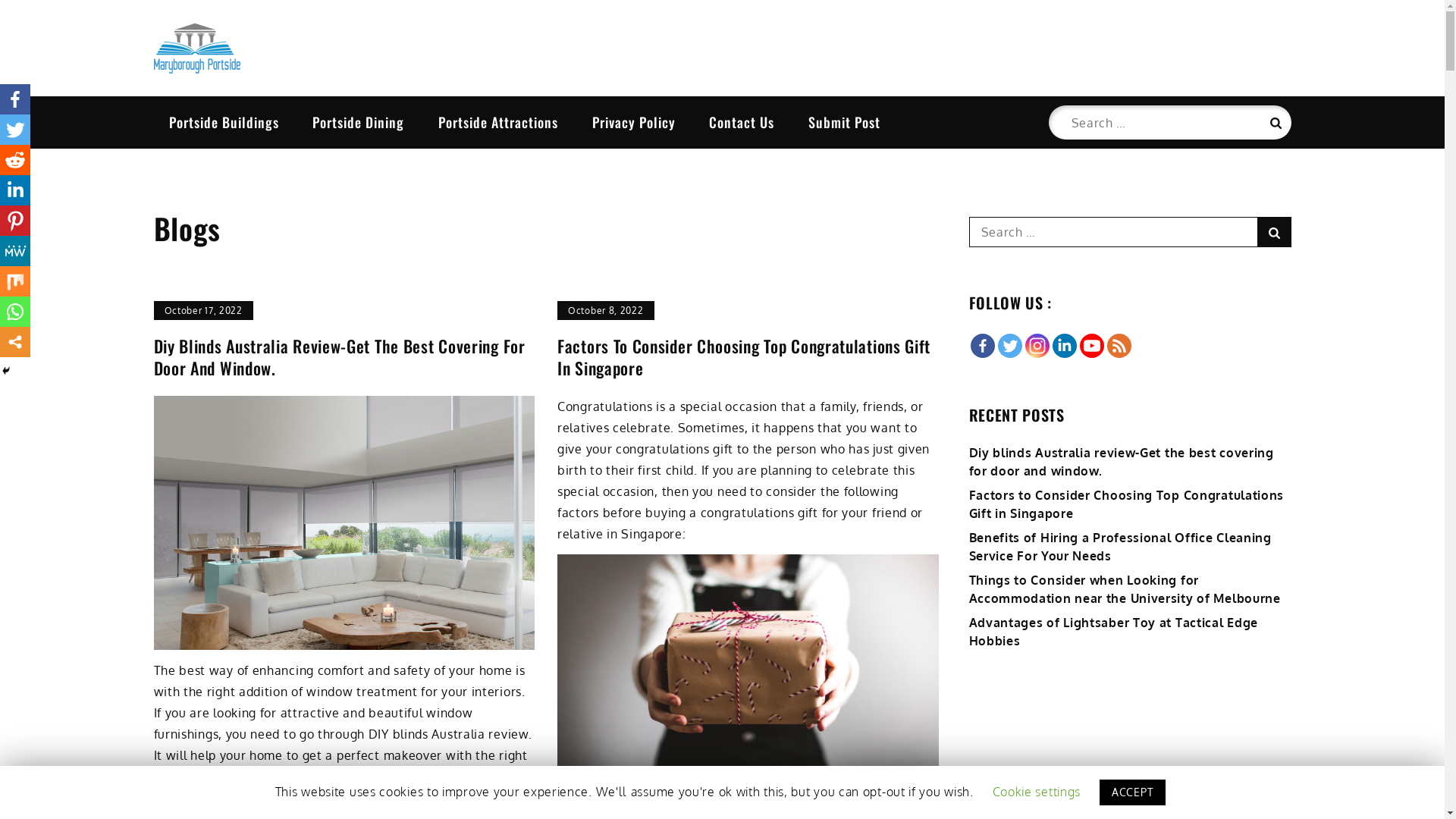 This screenshot has width=1456, height=819. I want to click on 'October 8, 2022', so click(604, 309).